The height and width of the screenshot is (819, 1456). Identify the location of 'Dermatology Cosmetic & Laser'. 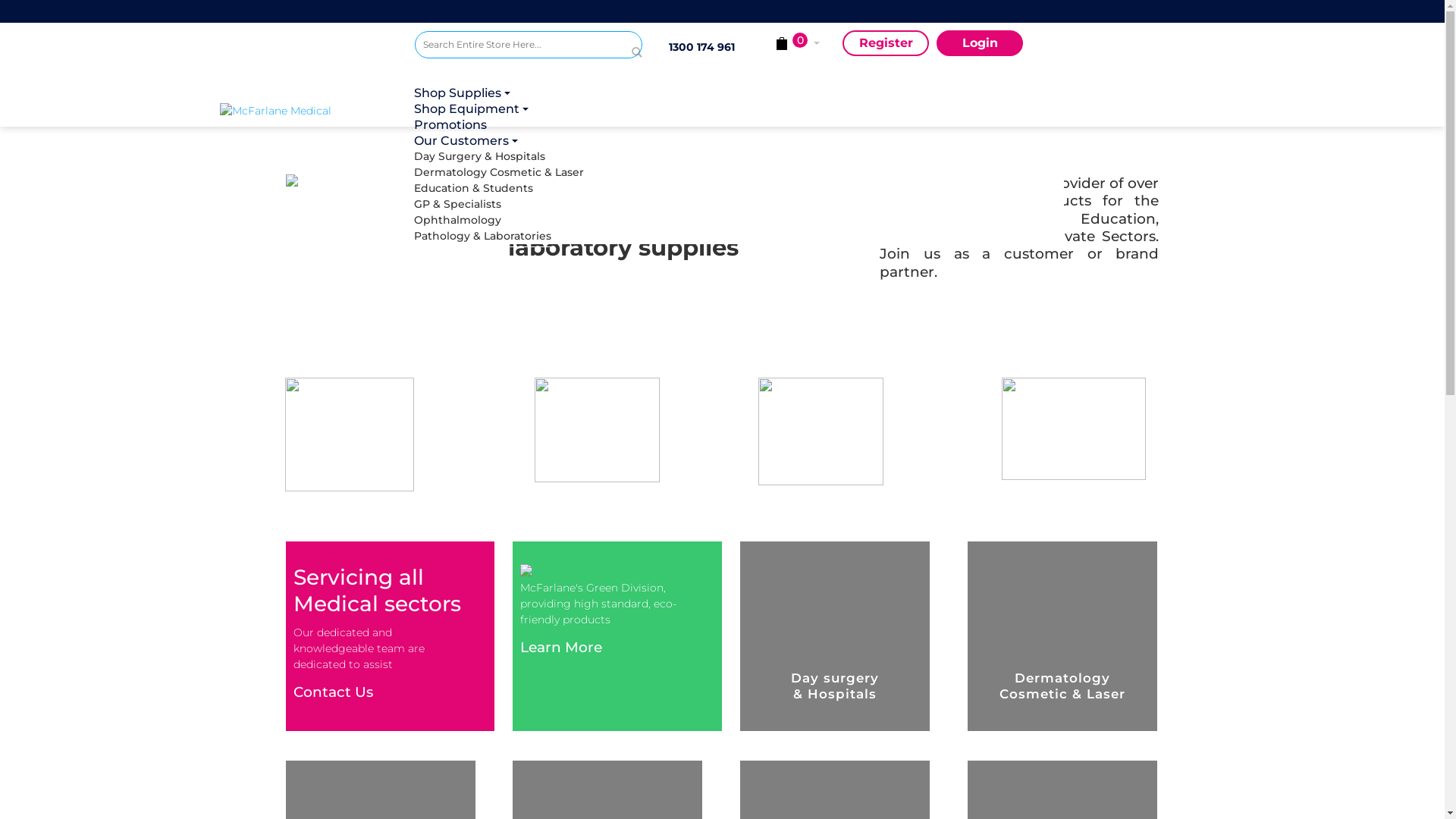
(498, 171).